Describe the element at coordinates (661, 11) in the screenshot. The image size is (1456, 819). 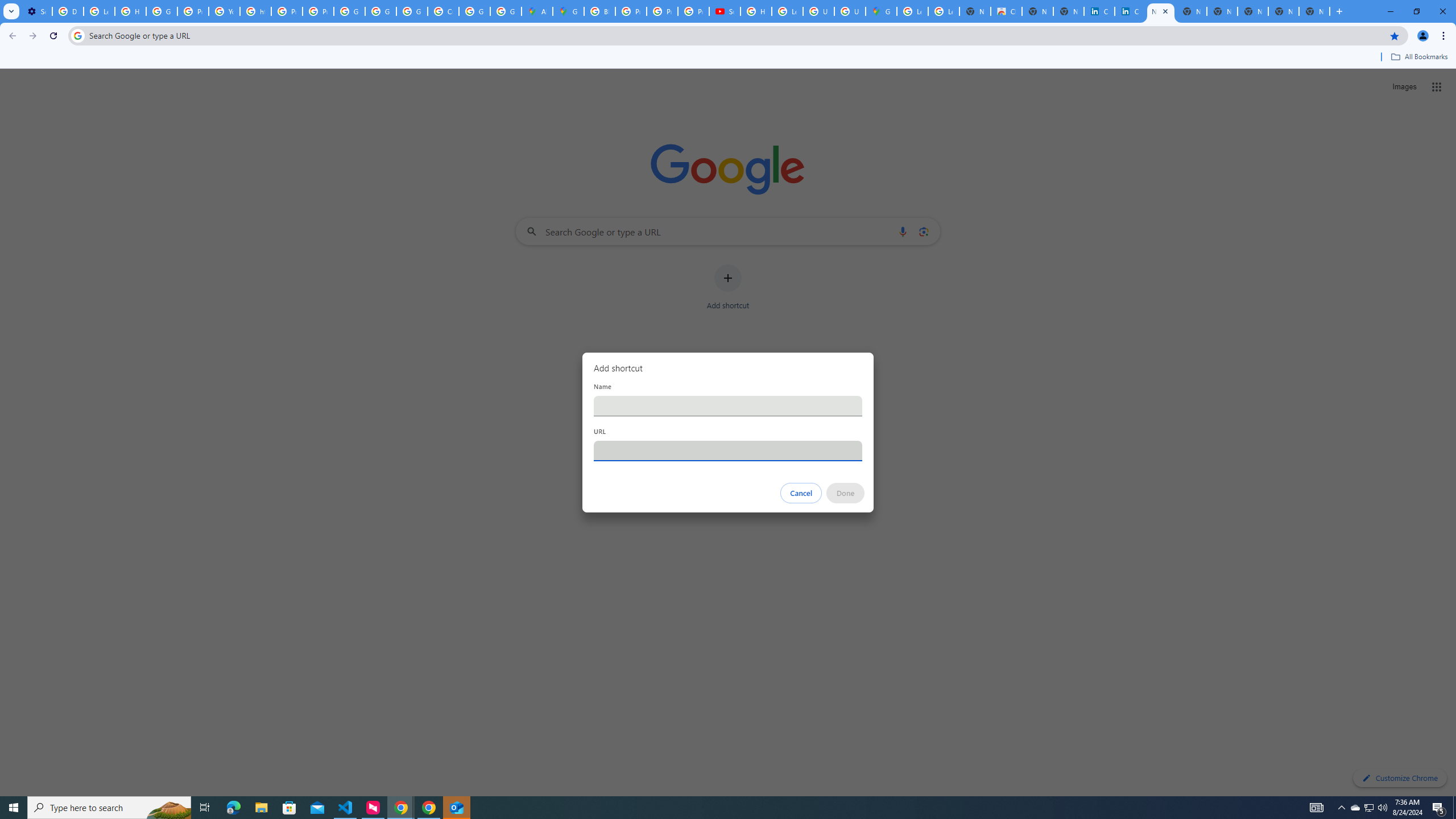
I see `'Privacy Help Center - Policies Help'` at that location.